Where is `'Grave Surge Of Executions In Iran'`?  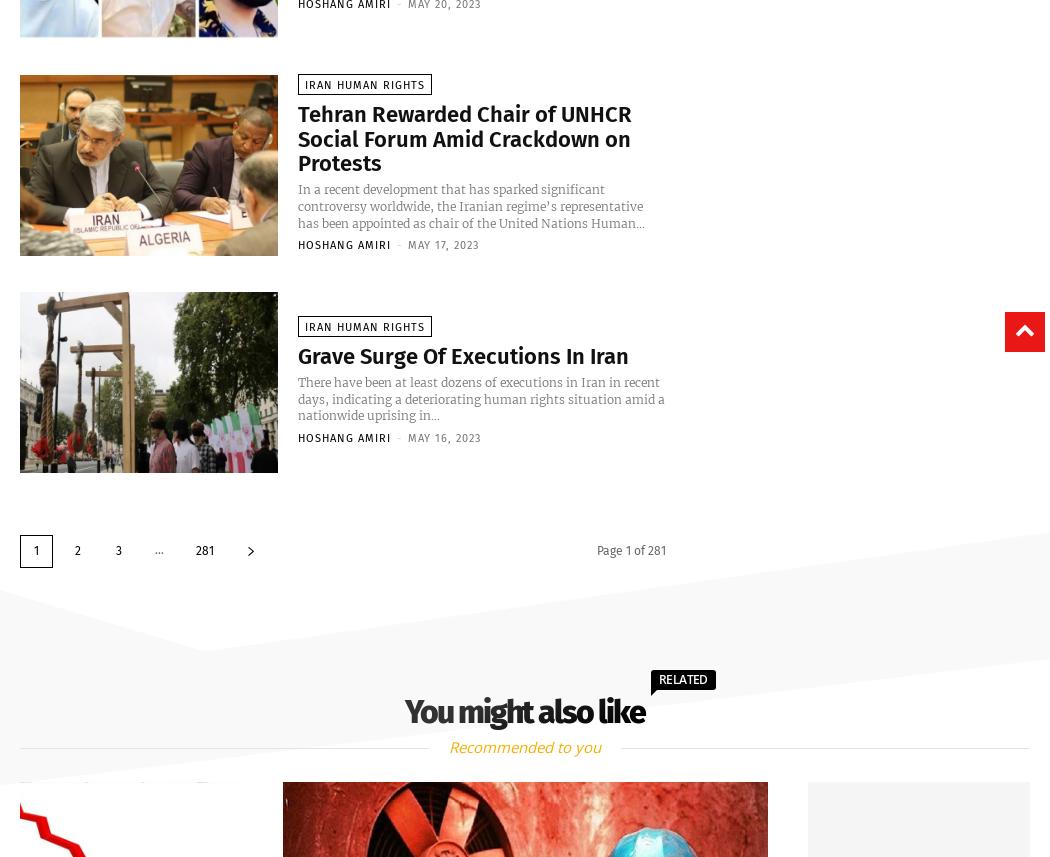
'Grave Surge Of Executions In Iran' is located at coordinates (296, 357).